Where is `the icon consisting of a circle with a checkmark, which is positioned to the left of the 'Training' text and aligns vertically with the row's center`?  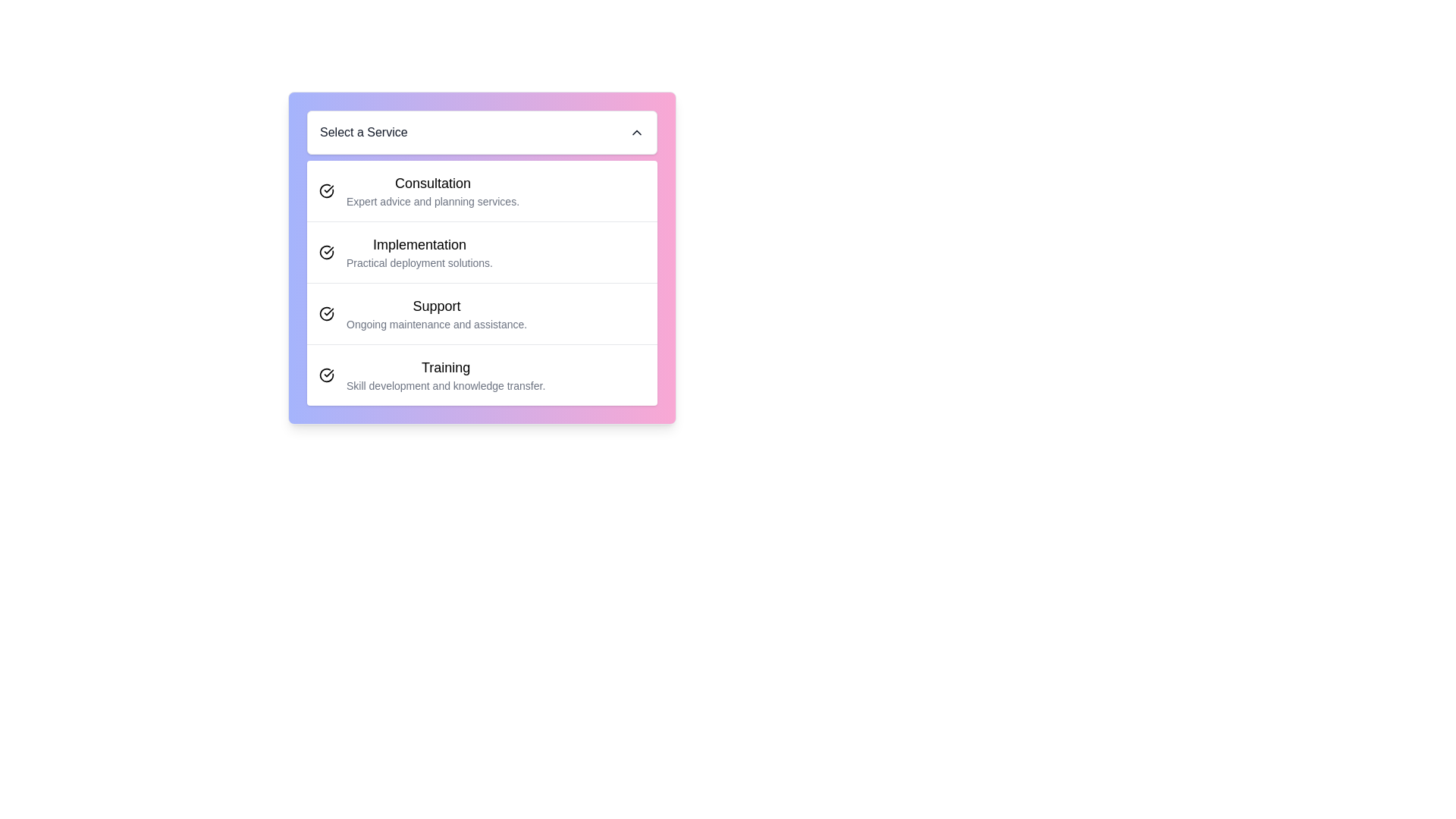
the icon consisting of a circle with a checkmark, which is positioned to the left of the 'Training' text and aligns vertically with the row's center is located at coordinates (326, 375).